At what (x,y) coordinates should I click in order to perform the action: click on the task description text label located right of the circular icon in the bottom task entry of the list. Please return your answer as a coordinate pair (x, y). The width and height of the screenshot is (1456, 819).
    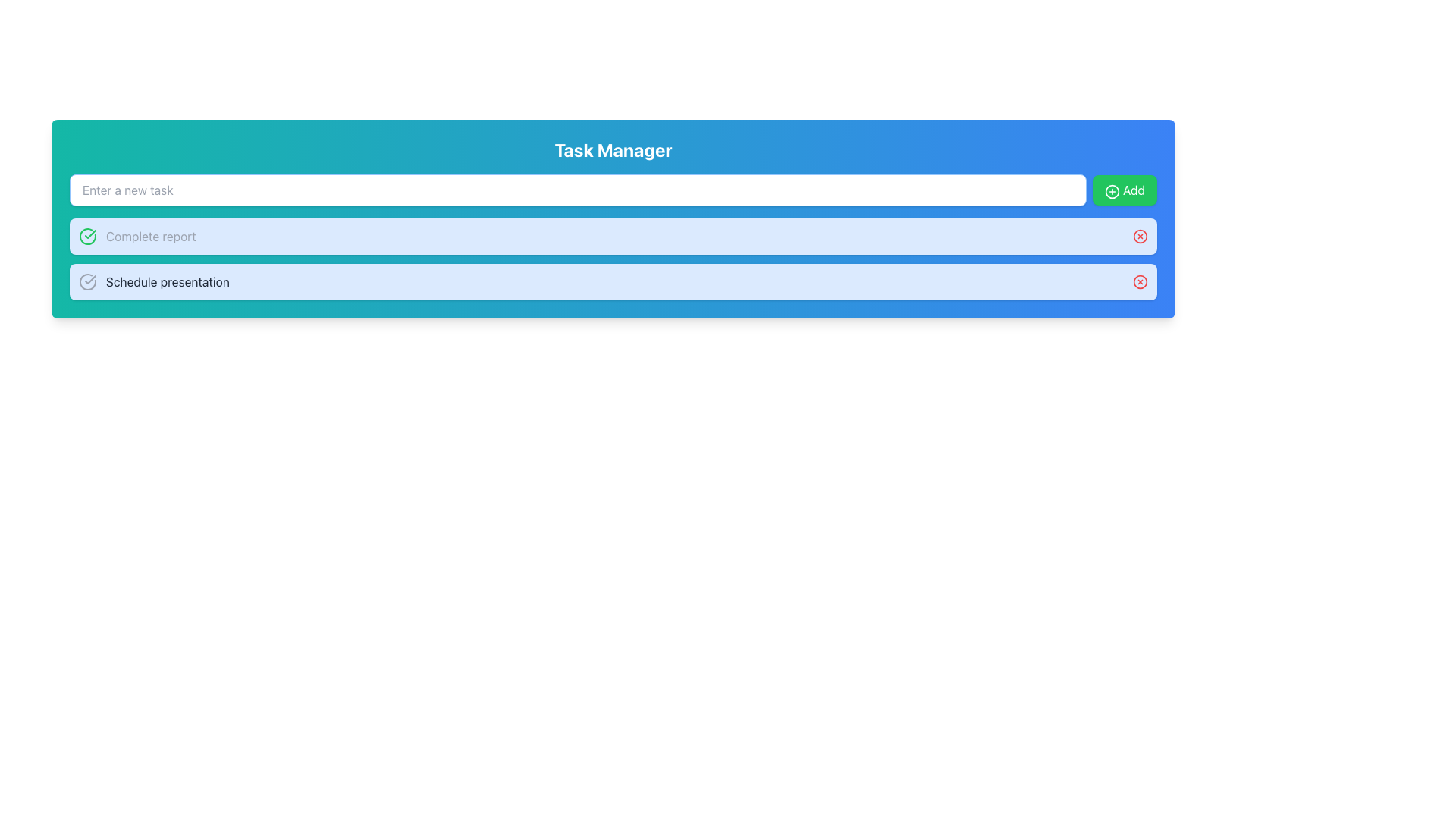
    Looking at the image, I should click on (168, 281).